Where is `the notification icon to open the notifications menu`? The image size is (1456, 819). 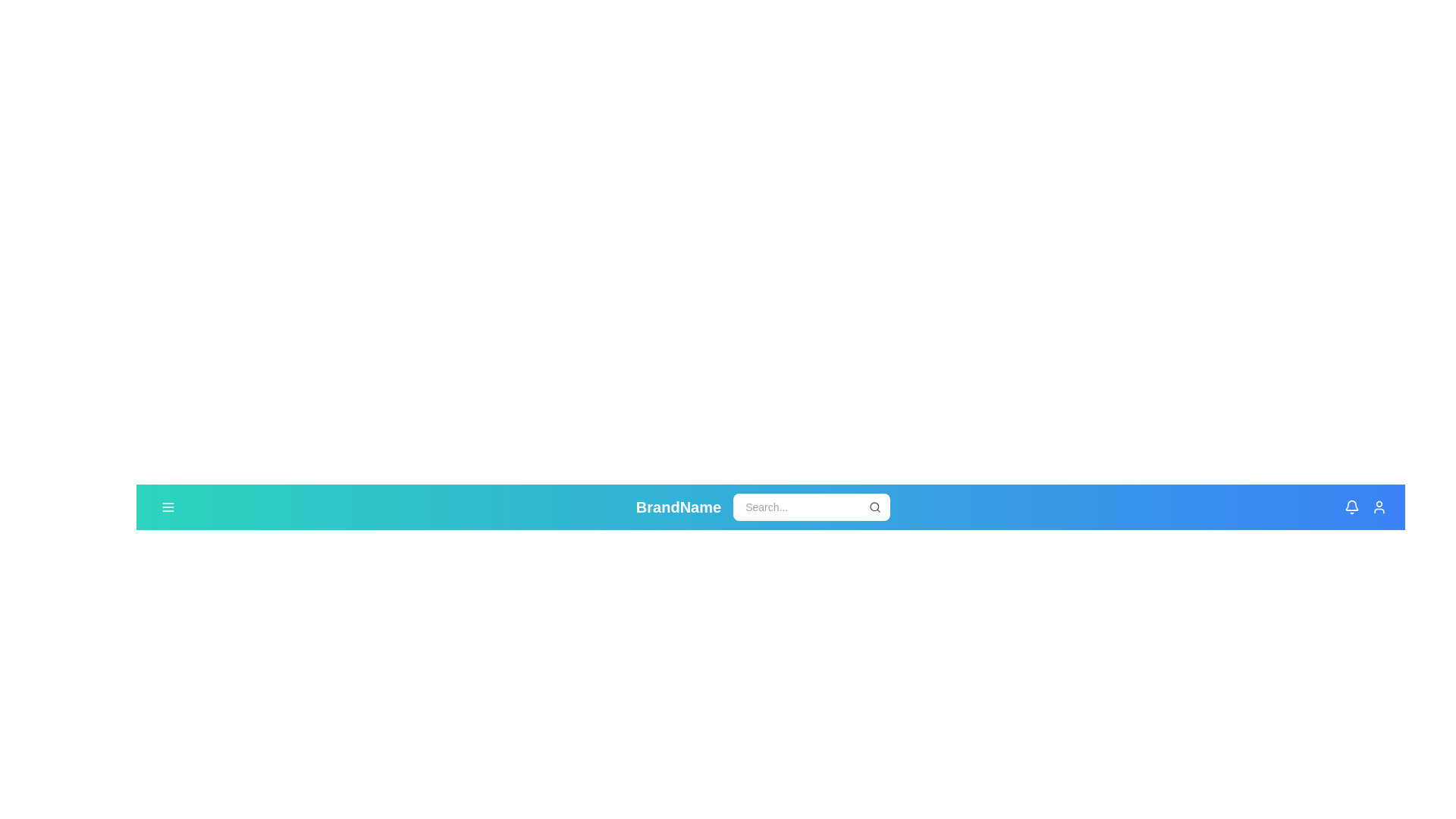
the notification icon to open the notifications menu is located at coordinates (1351, 507).